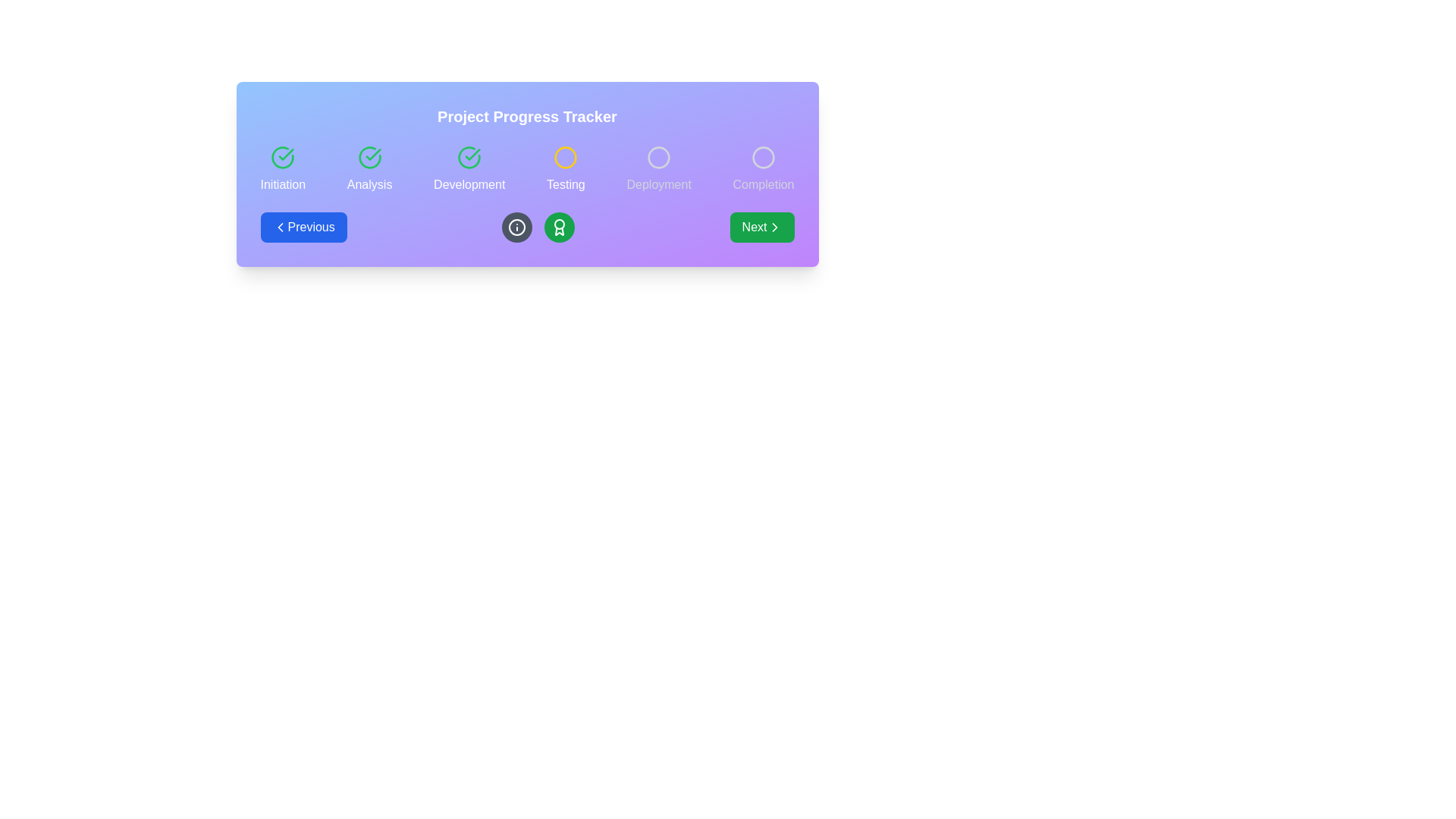  I want to click on the right-pointing chevron SVG icon located within the 'Next' button on the navigation bar, so click(774, 227).